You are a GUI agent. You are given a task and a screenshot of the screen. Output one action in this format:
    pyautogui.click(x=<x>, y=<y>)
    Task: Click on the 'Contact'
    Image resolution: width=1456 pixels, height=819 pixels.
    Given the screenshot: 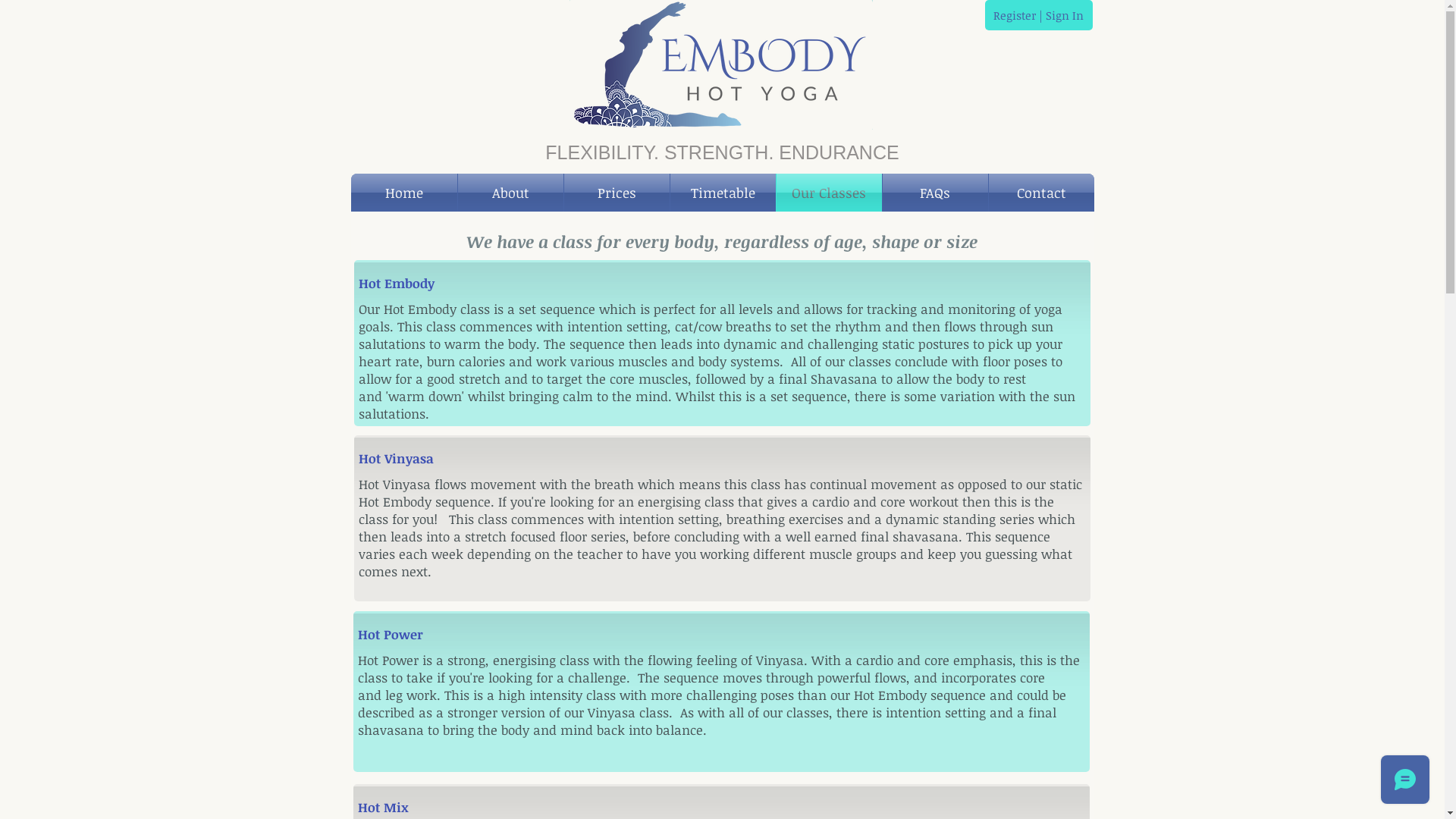 What is the action you would take?
    pyautogui.click(x=1040, y=192)
    